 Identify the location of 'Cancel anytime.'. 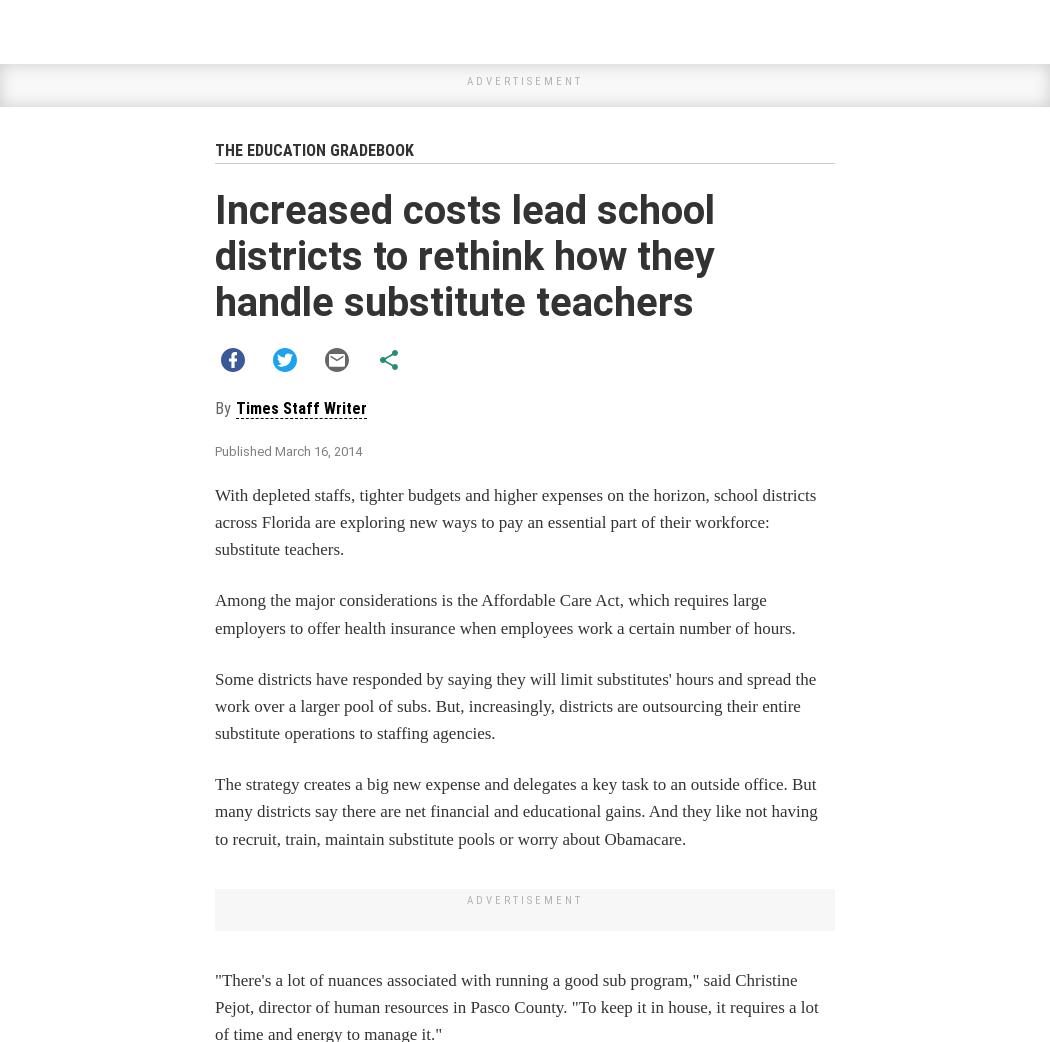
(525, 842).